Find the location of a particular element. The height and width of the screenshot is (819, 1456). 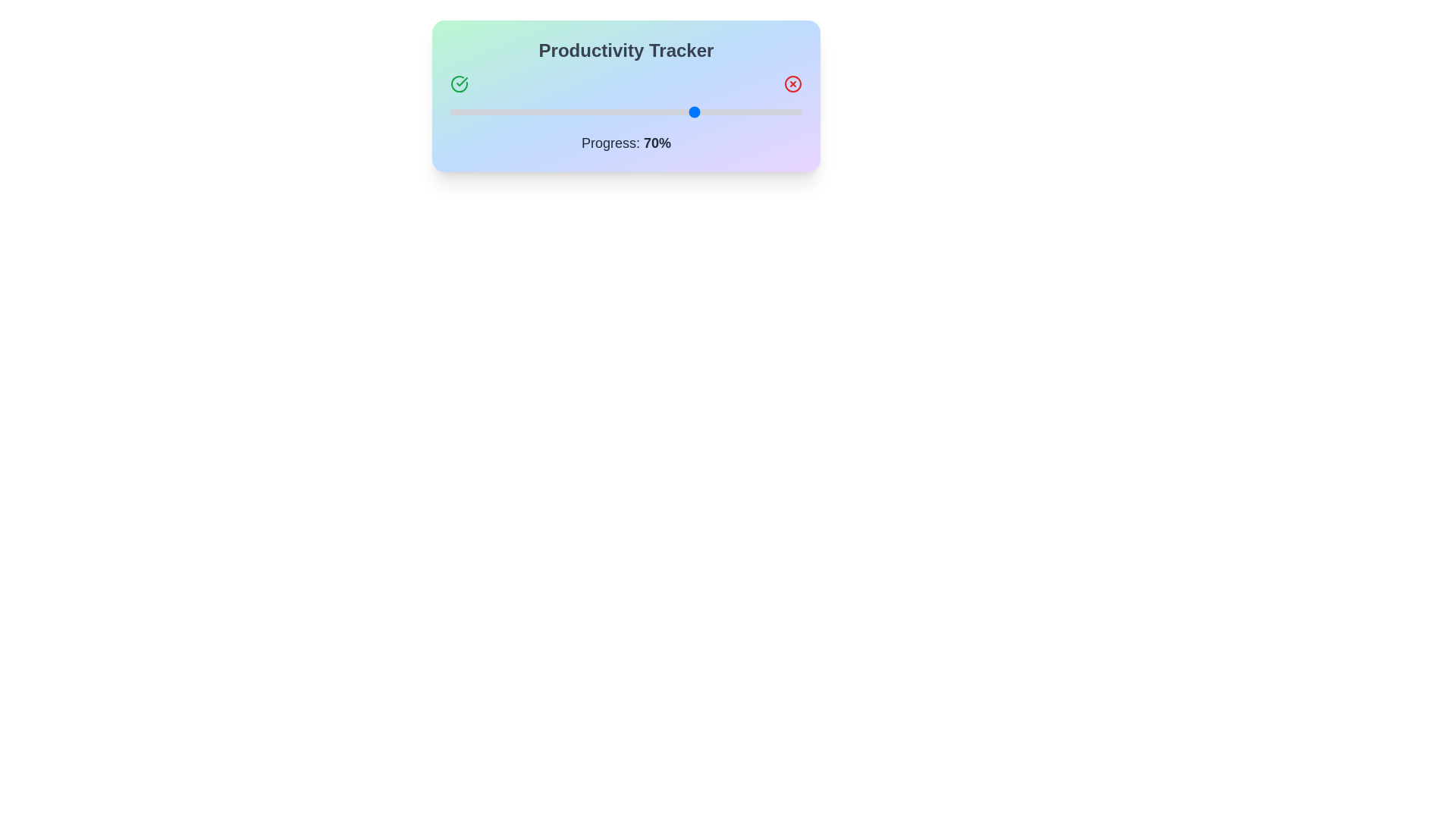

the progress value is located at coordinates (616, 111).